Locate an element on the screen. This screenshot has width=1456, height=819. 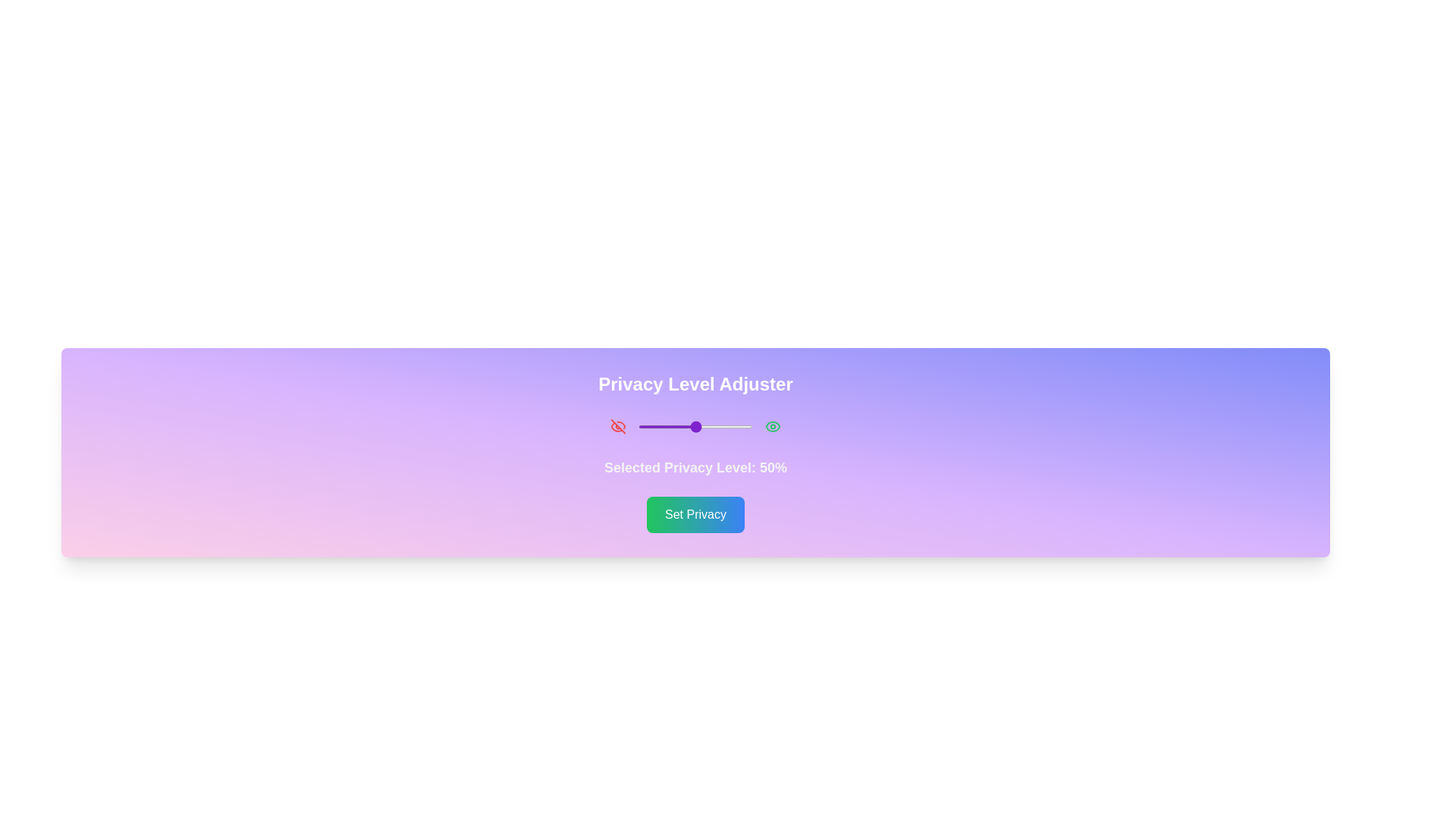
the privacy level slider to 61% is located at coordinates (708, 427).